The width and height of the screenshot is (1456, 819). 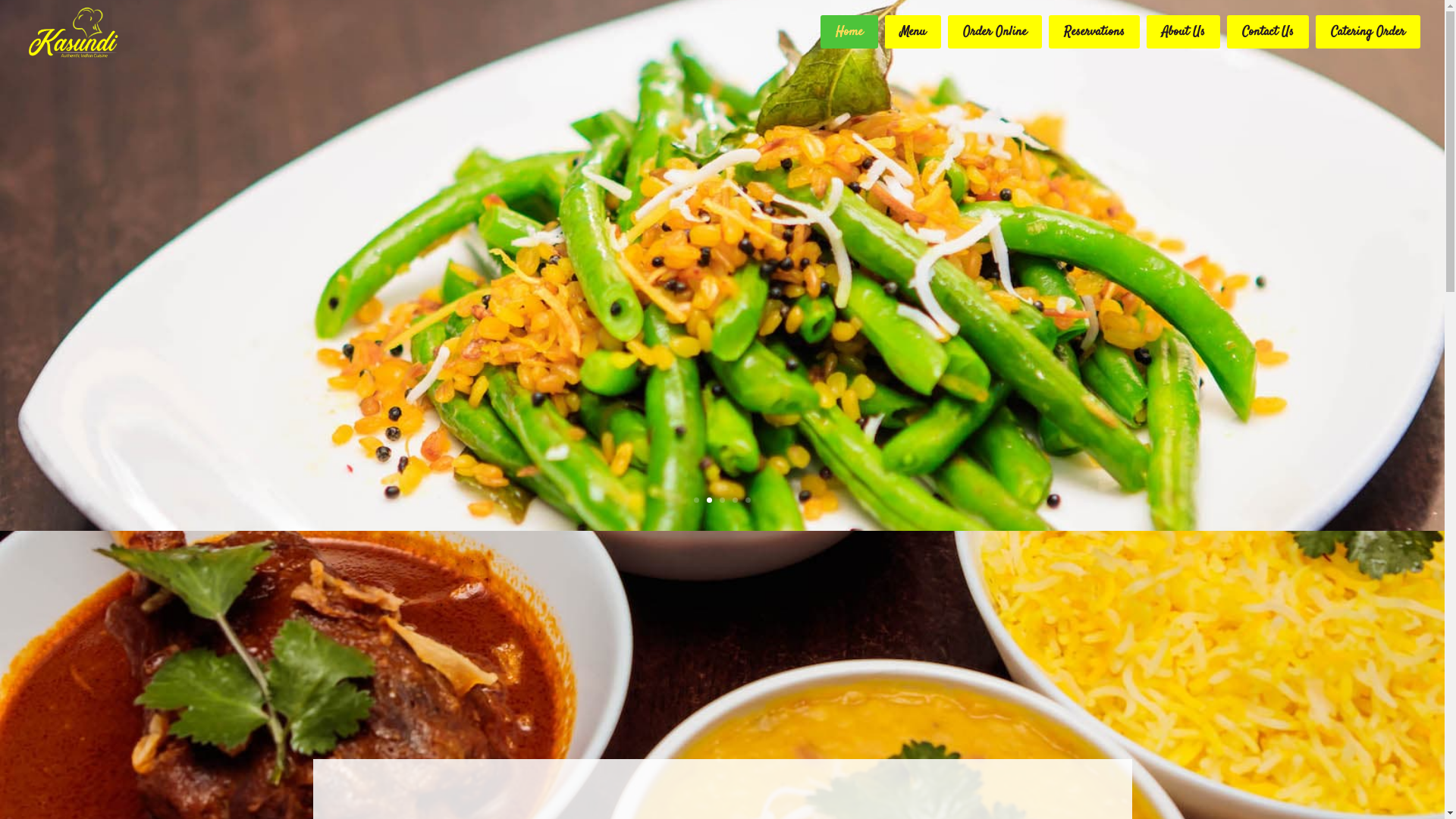 I want to click on 'Contact Us', so click(x=1267, y=32).